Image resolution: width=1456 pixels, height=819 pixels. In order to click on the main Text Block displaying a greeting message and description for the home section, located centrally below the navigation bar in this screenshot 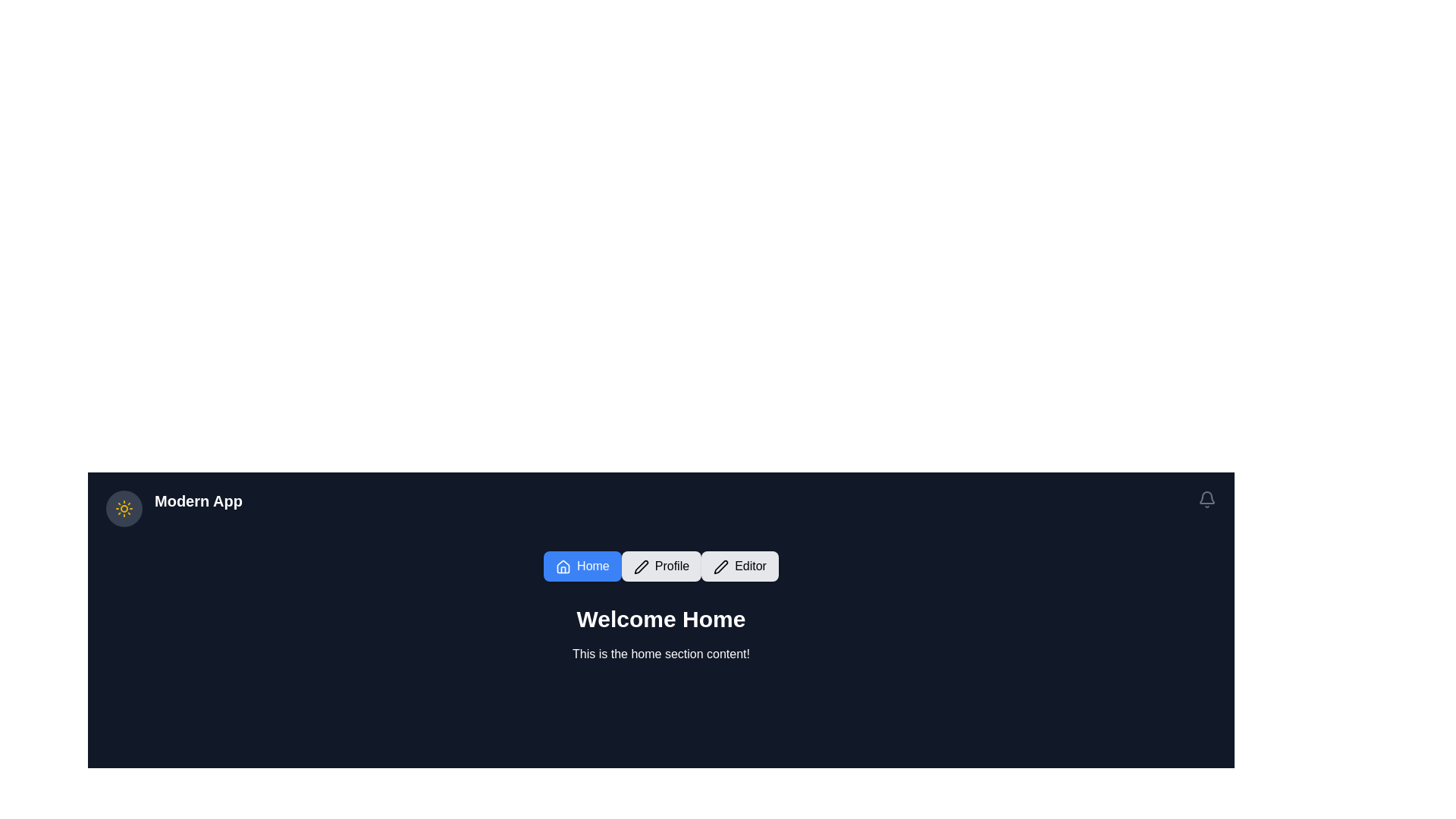, I will do `click(661, 635)`.